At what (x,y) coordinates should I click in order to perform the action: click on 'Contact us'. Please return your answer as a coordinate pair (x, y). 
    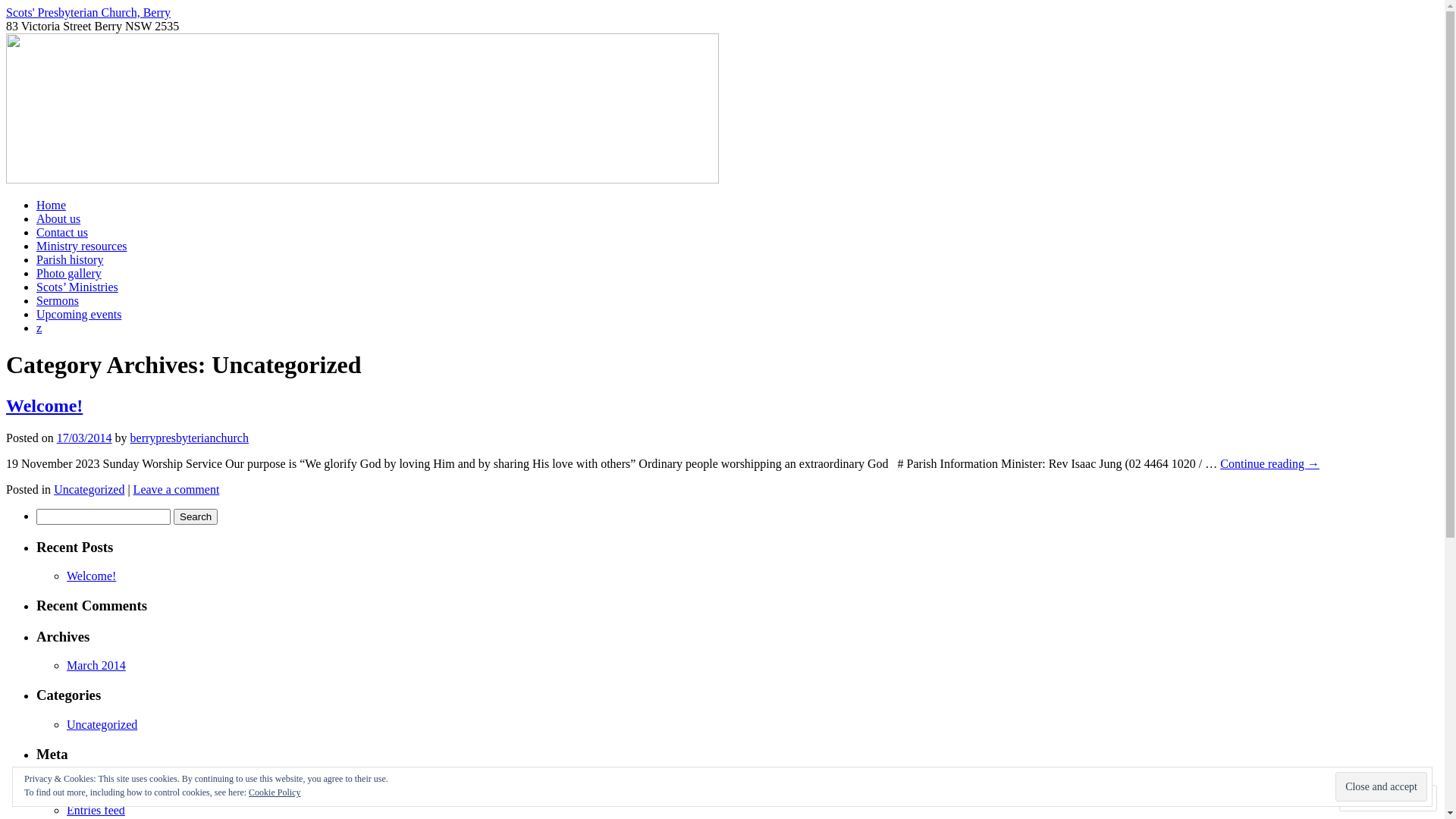
    Looking at the image, I should click on (61, 232).